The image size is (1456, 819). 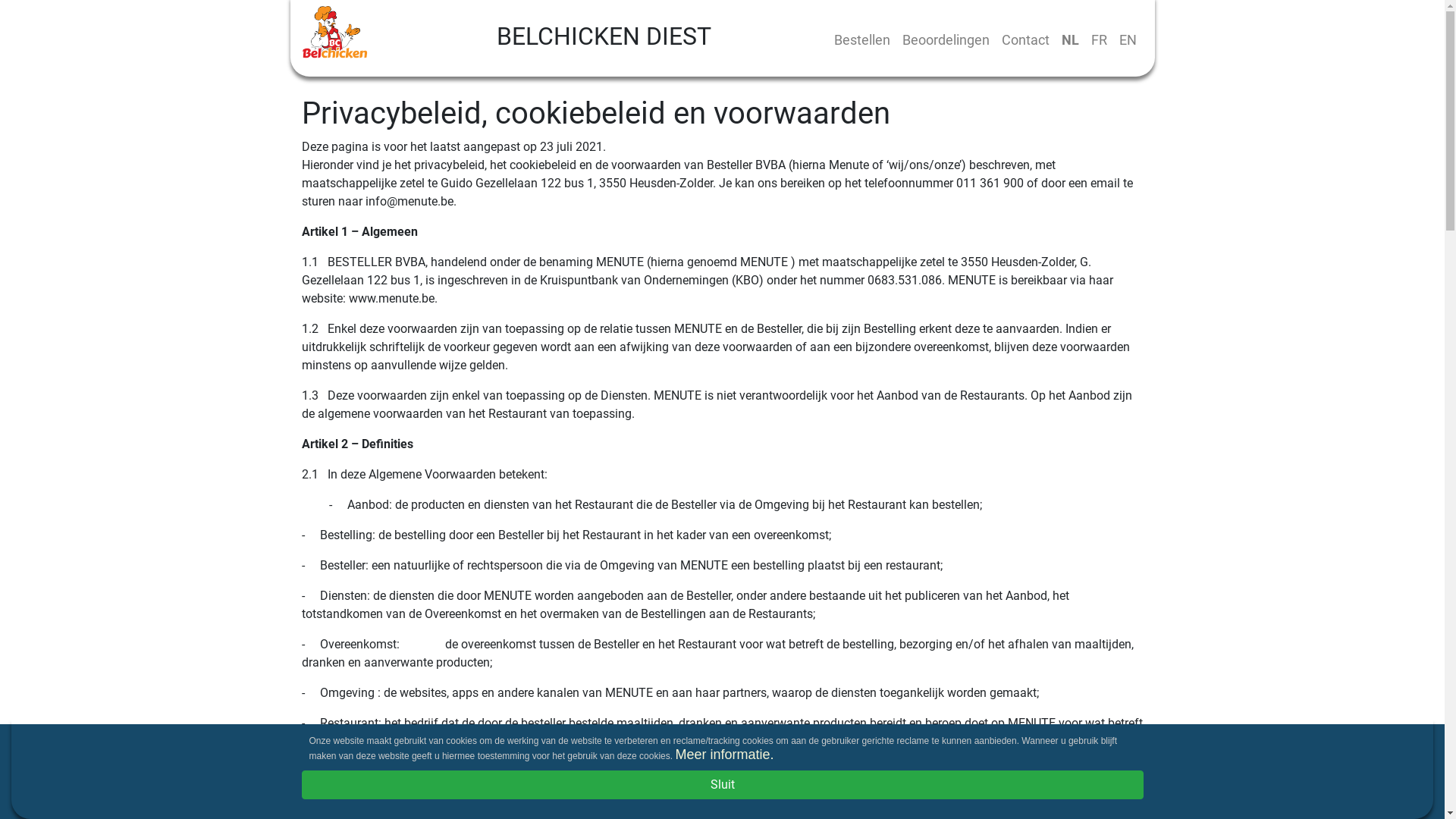 What do you see at coordinates (862, 39) in the screenshot?
I see `'Bestellen'` at bounding box center [862, 39].